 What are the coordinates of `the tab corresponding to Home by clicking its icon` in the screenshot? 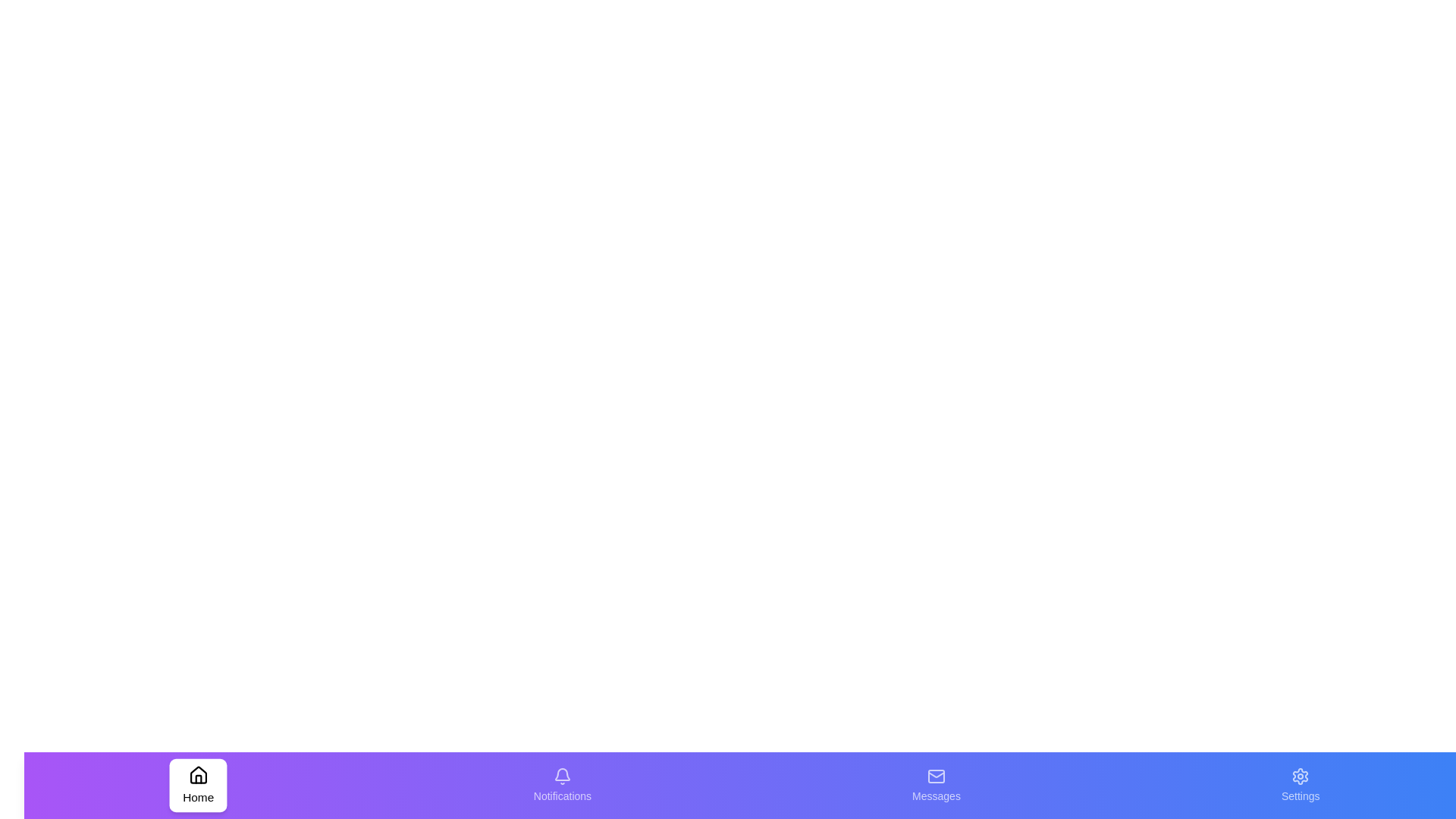 It's located at (198, 785).